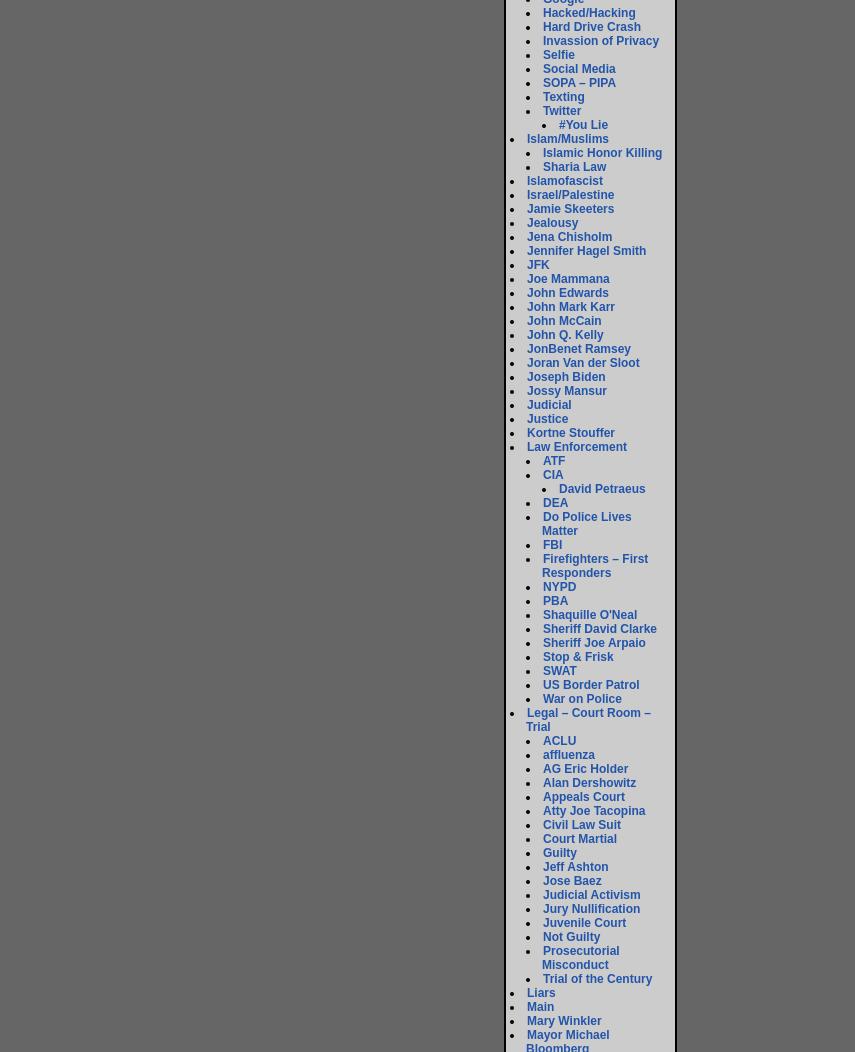 The height and width of the screenshot is (1052, 855). I want to click on 'Jennifer Hagel Smith', so click(527, 250).